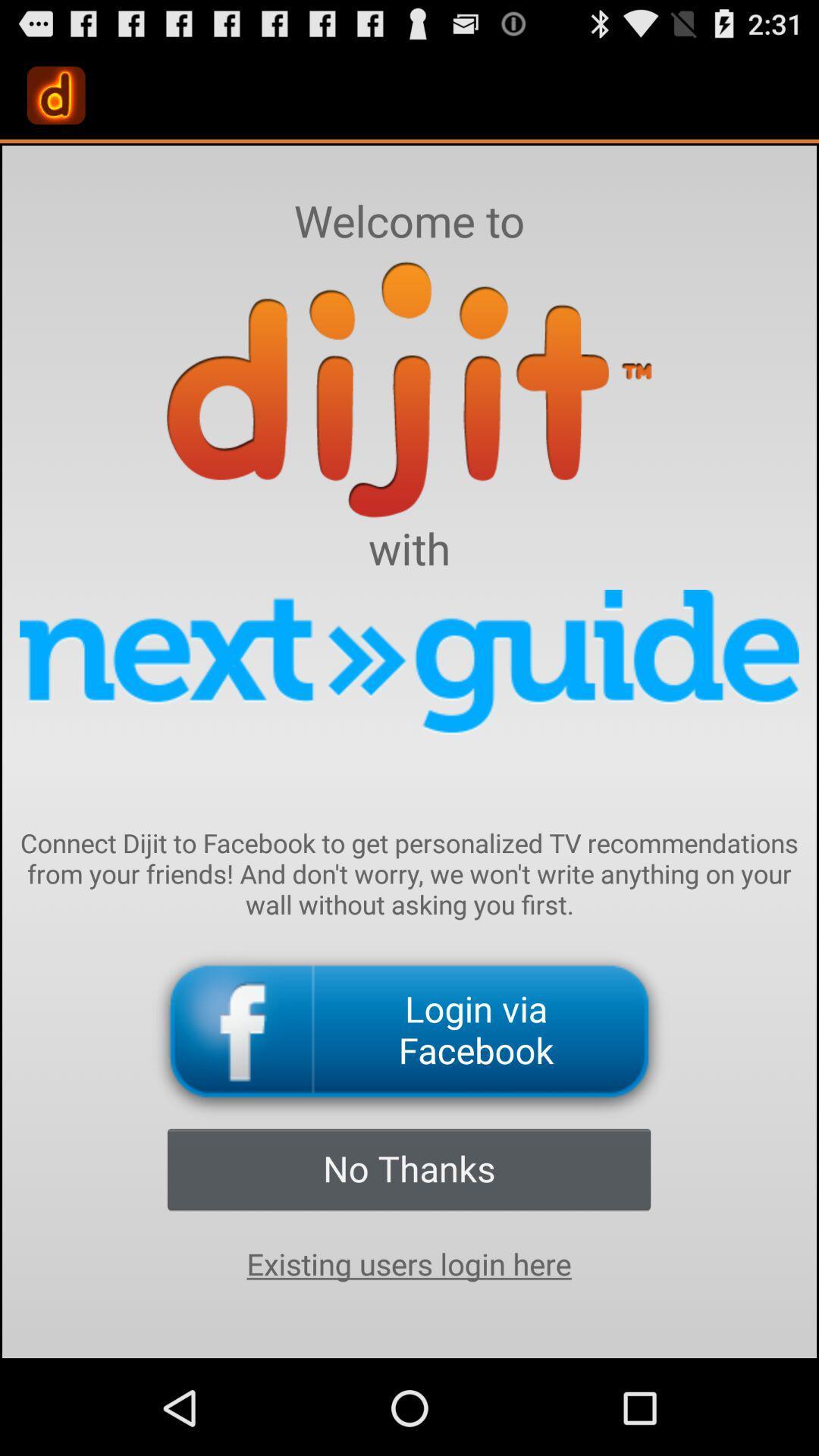  What do you see at coordinates (409, 1031) in the screenshot?
I see `item below the connect dijit to app` at bounding box center [409, 1031].